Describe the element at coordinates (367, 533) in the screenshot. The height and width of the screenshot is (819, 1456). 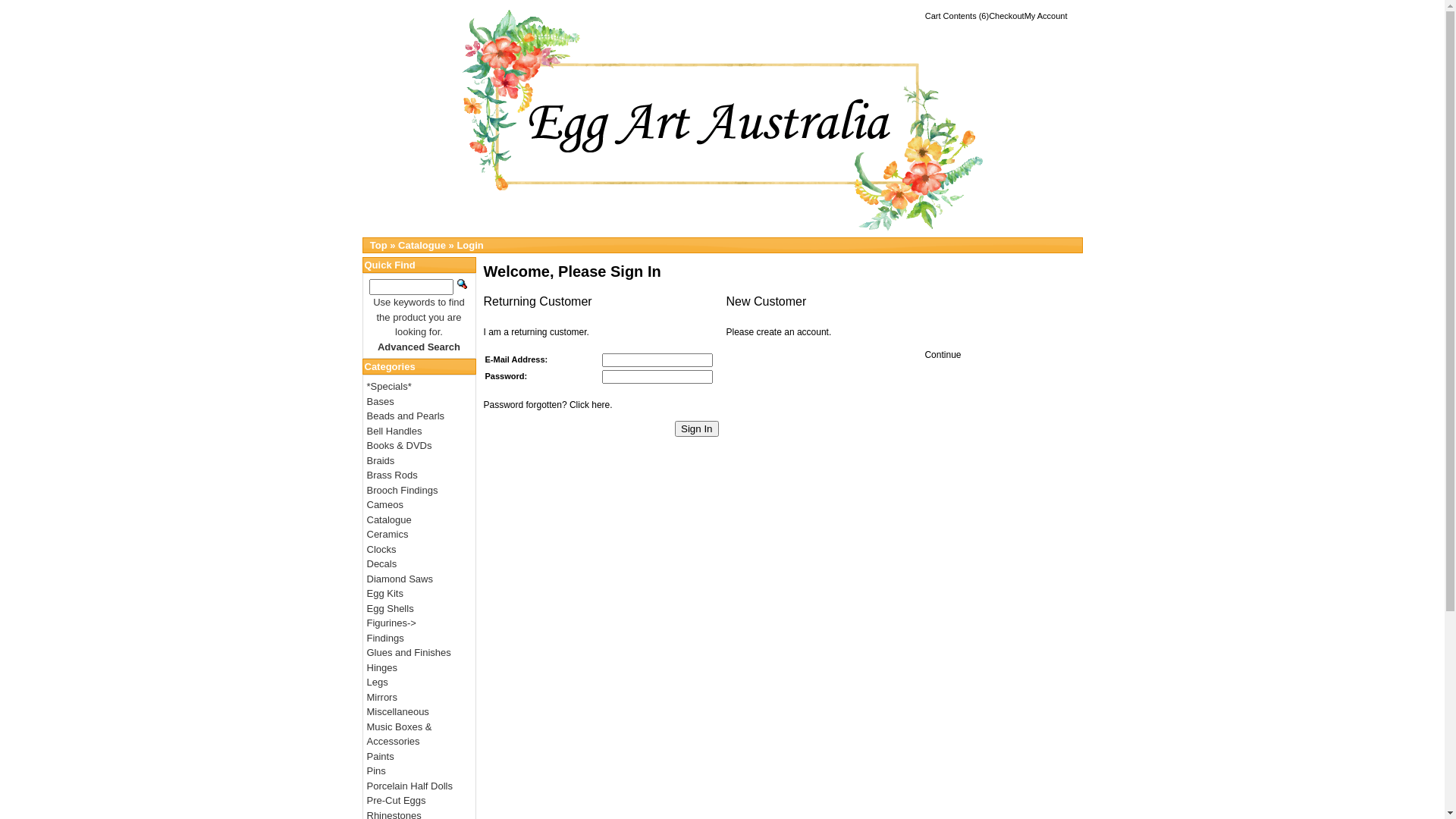
I see `'Ceramics'` at that location.